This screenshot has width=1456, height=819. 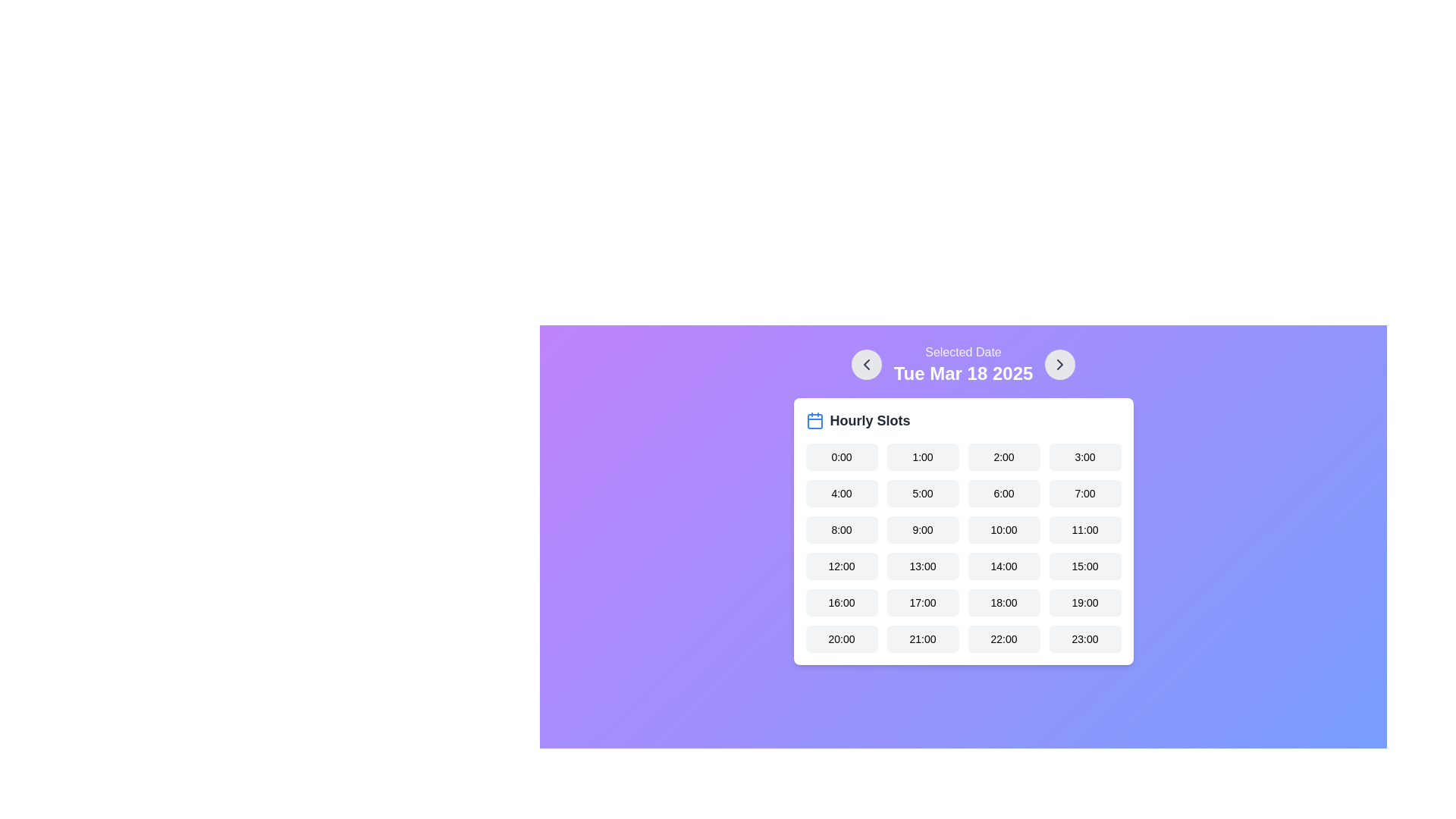 I want to click on the label indicating the purpose of the currently selected date, positioned in the upper center of the interface above the date 'Tue Mar 18 2025', so click(x=962, y=353).